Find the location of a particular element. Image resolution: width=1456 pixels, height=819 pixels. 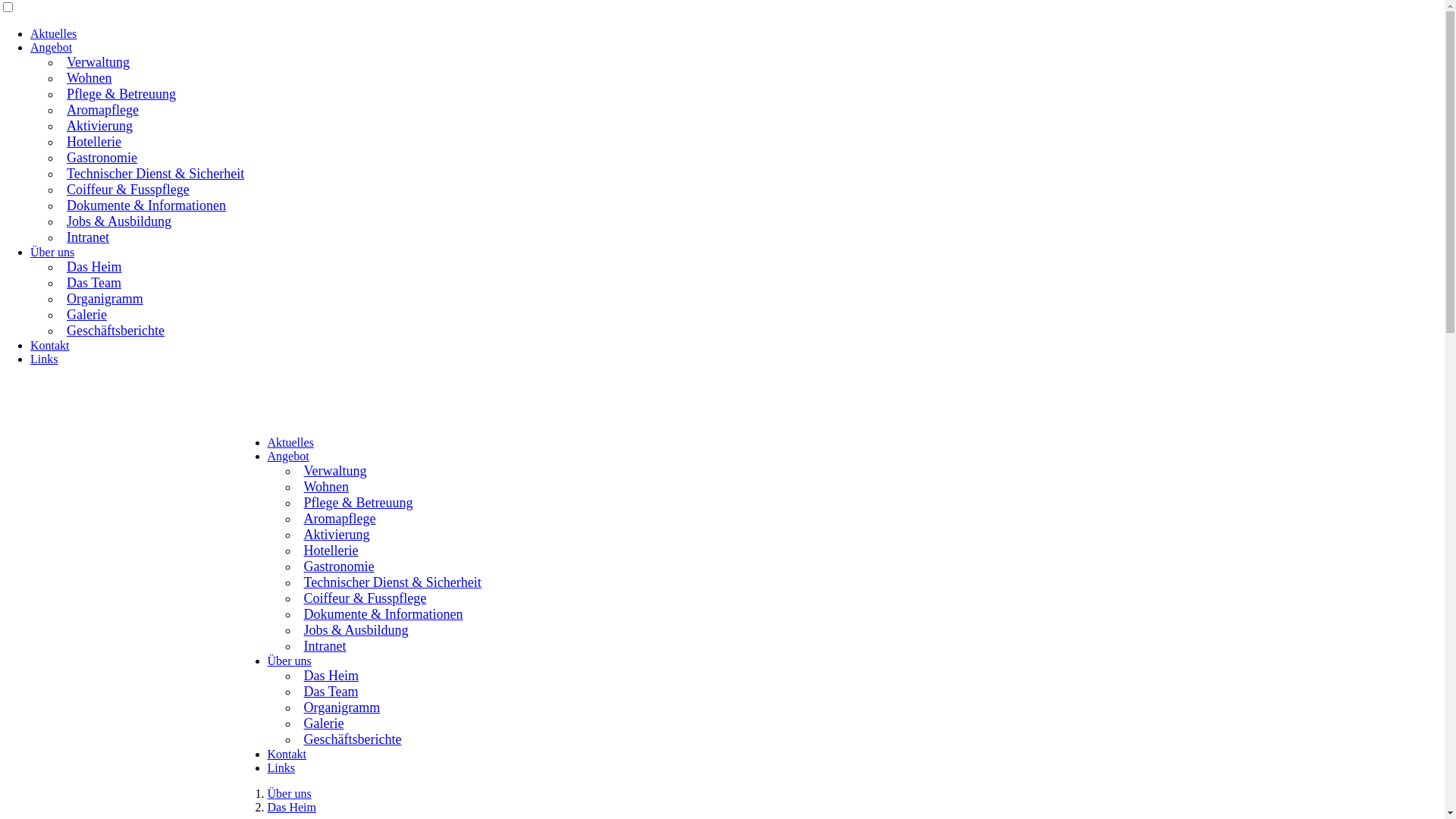

'Technischer Dienst & Sicherheit' is located at coordinates (153, 171).